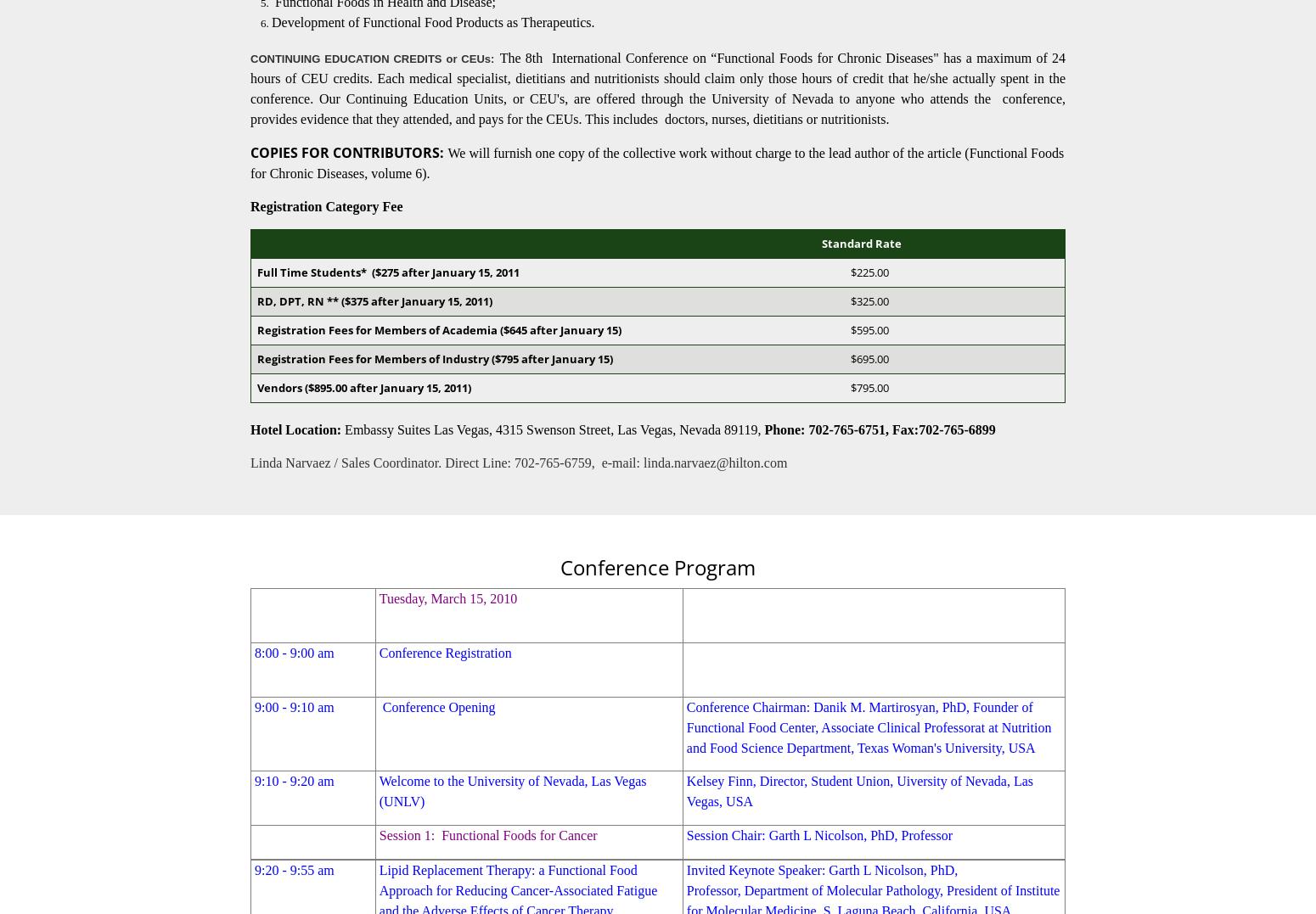  What do you see at coordinates (293, 651) in the screenshot?
I see `'8:00 - 9:00 am'` at bounding box center [293, 651].